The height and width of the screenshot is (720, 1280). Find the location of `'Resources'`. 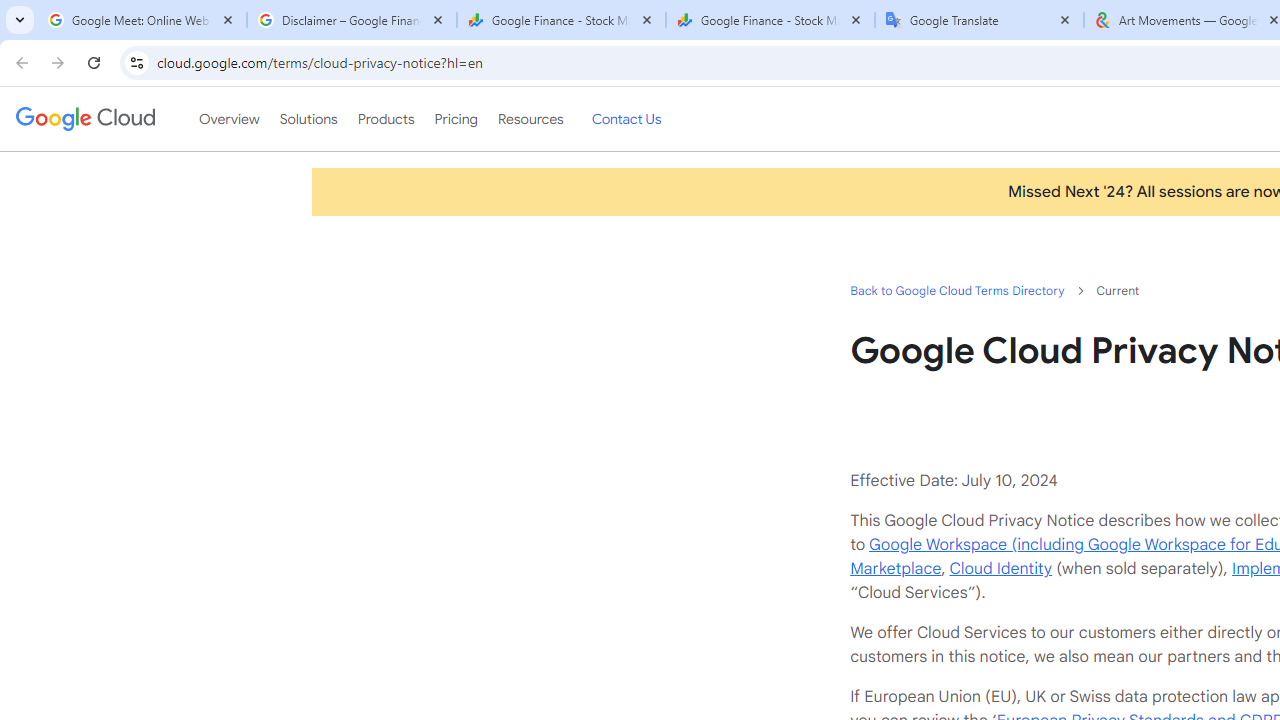

'Resources' is located at coordinates (530, 119).